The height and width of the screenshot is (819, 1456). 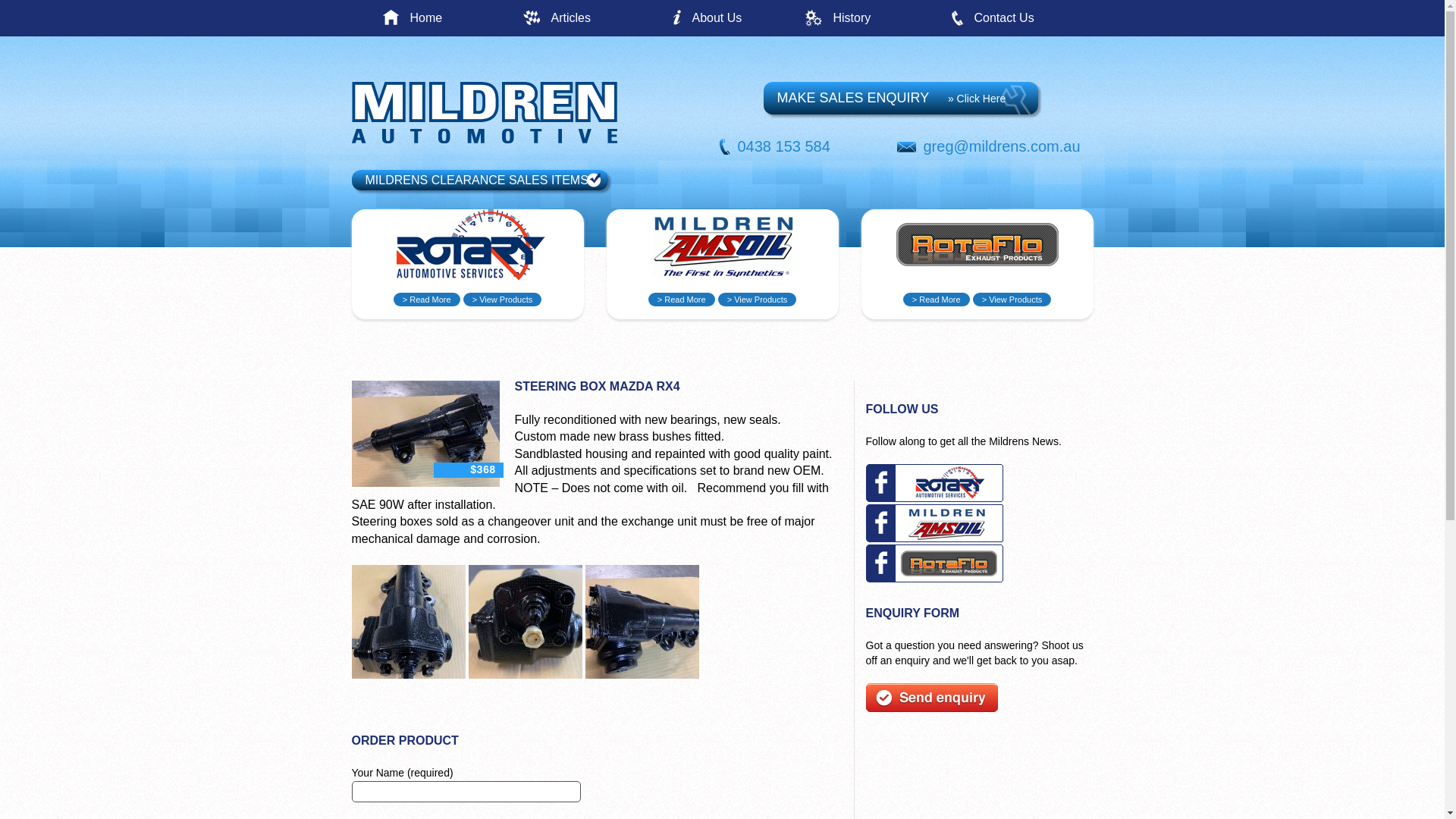 I want to click on 'History', so click(x=889, y=17).